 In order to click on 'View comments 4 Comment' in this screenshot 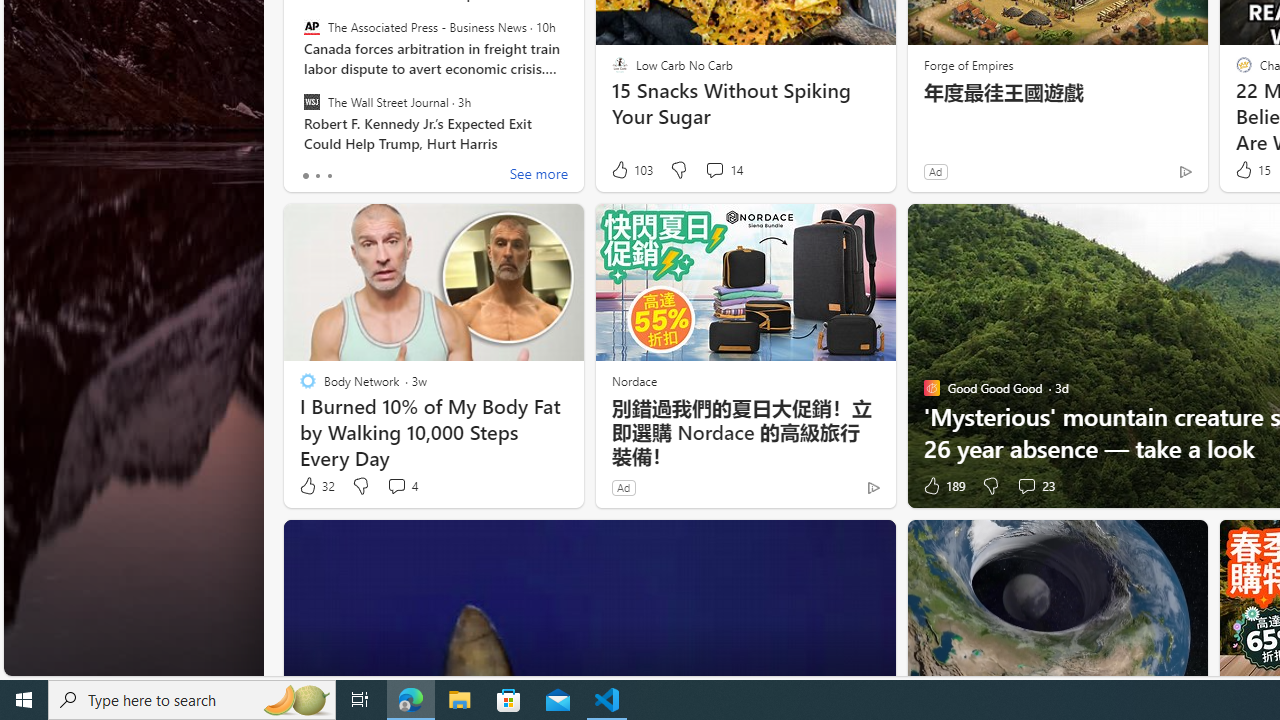, I will do `click(400, 486)`.